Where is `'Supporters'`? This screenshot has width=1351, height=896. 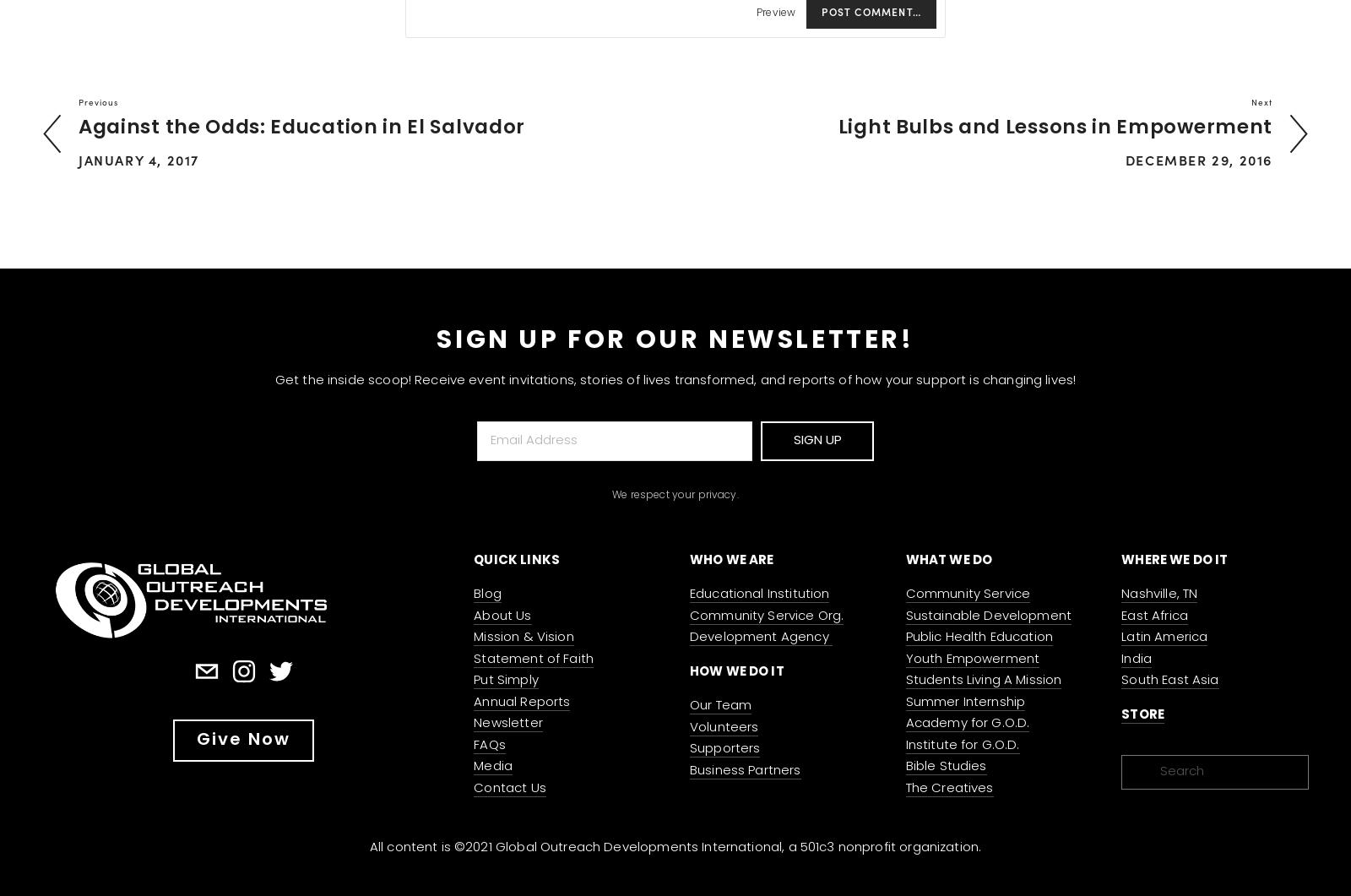 'Supporters' is located at coordinates (724, 748).